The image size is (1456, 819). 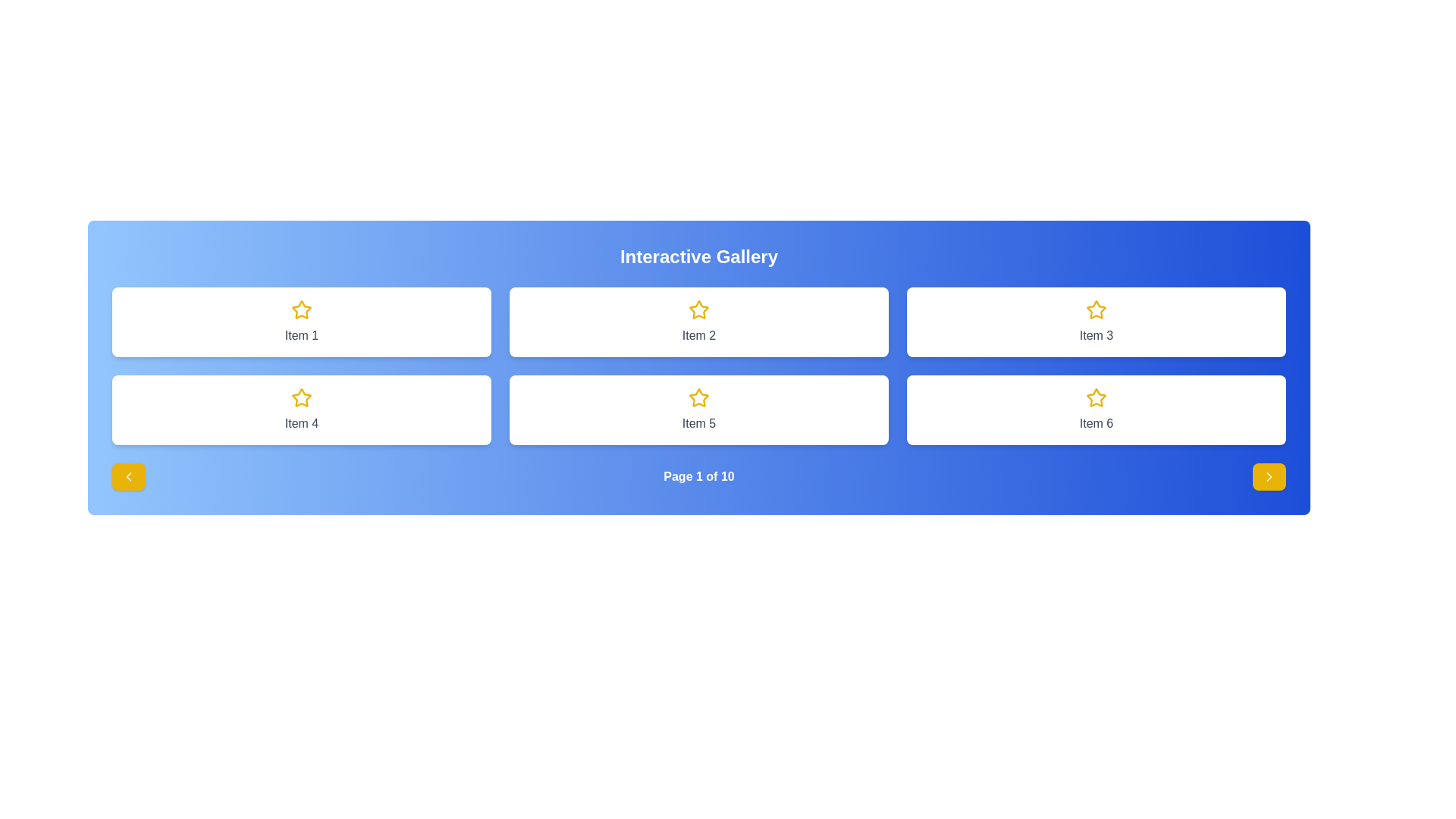 I want to click on the navigation button located in the bottom-right corner of the navigation bar, which allows users to navigate to the next page in a gallery, so click(x=1269, y=475).